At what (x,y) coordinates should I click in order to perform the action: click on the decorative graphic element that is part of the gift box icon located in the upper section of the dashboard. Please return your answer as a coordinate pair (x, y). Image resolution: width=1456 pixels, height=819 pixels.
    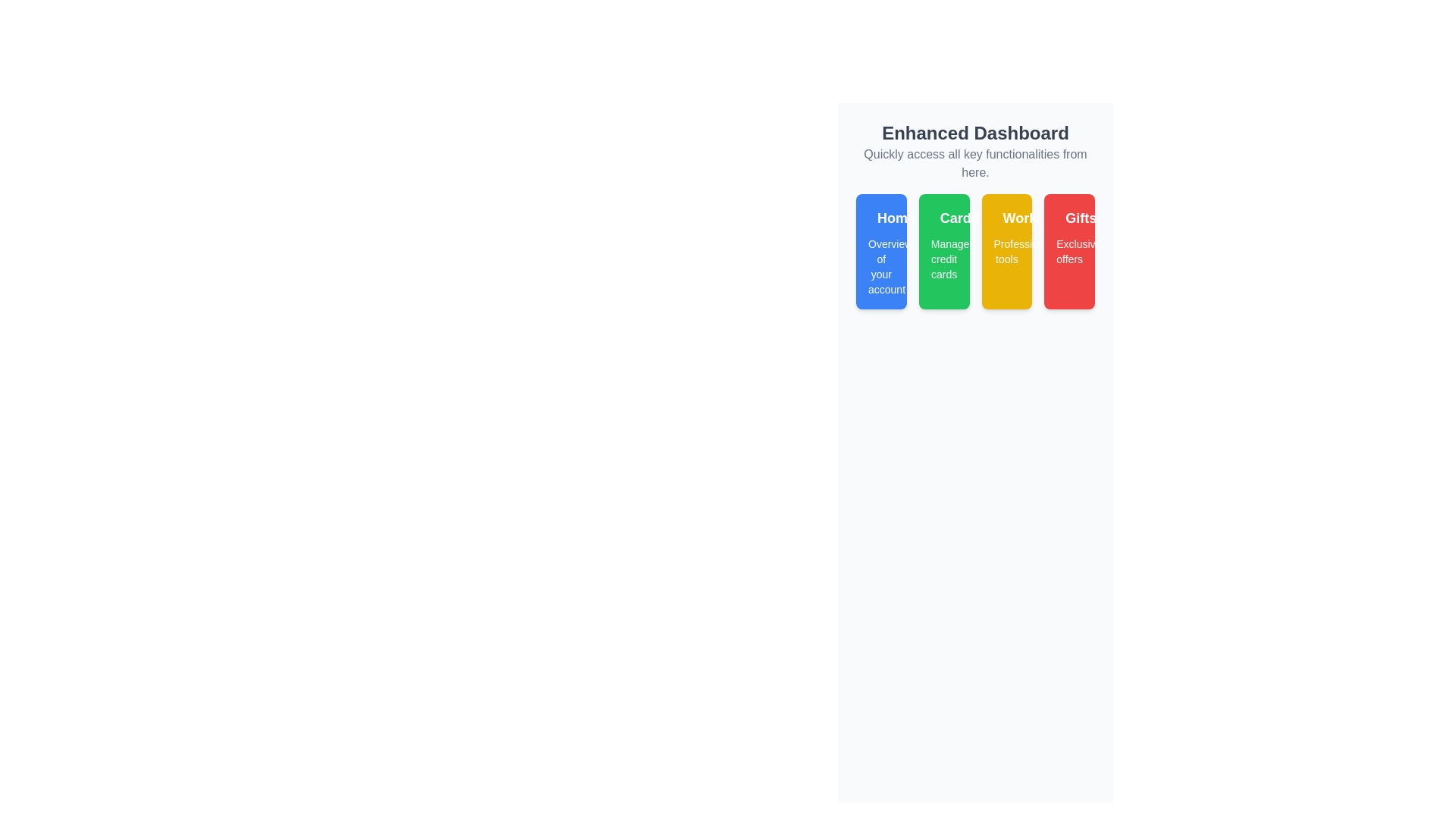
    Looking at the image, I should click on (1065, 213).